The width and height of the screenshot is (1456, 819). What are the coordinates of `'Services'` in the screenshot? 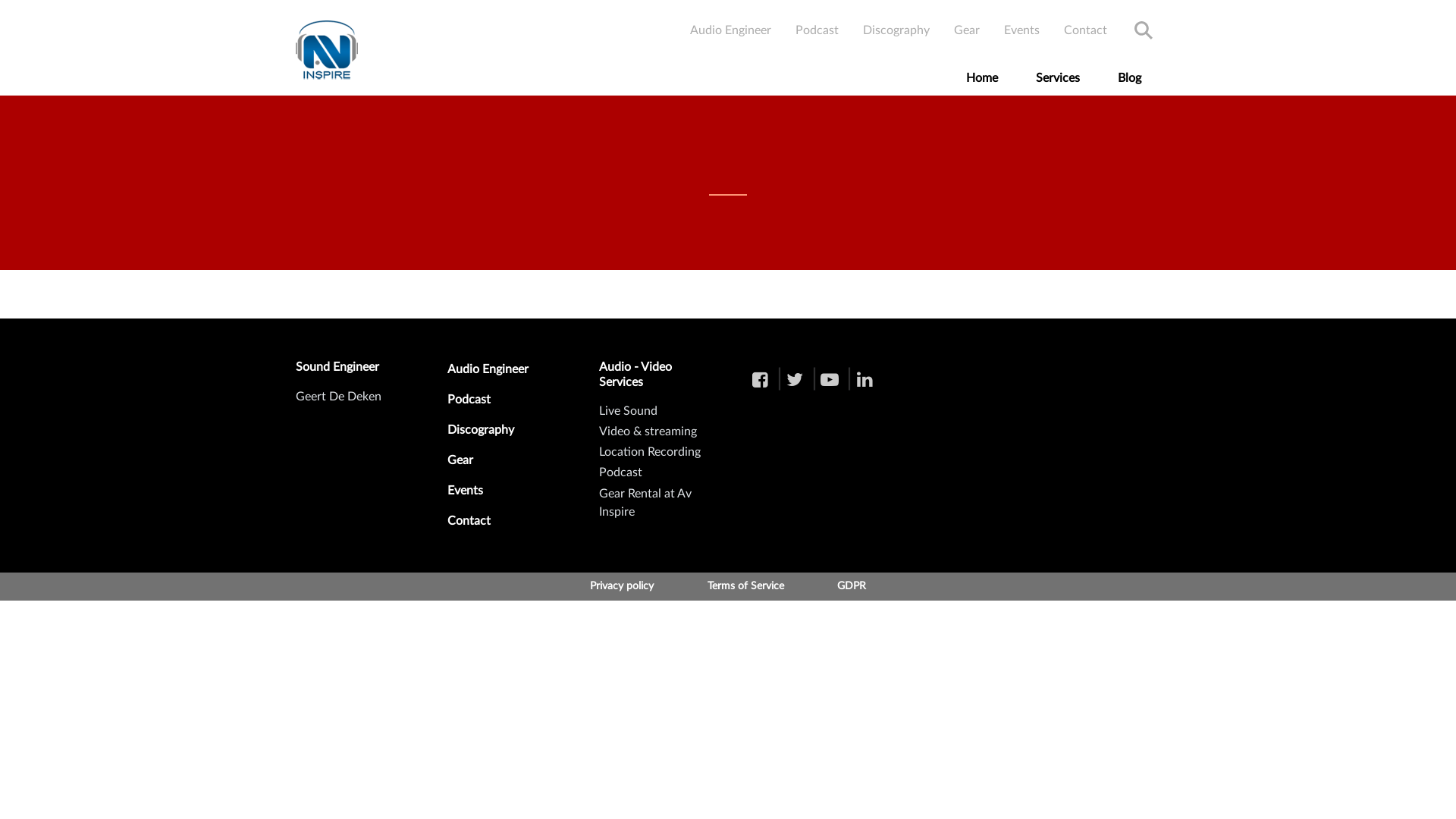 It's located at (1057, 78).